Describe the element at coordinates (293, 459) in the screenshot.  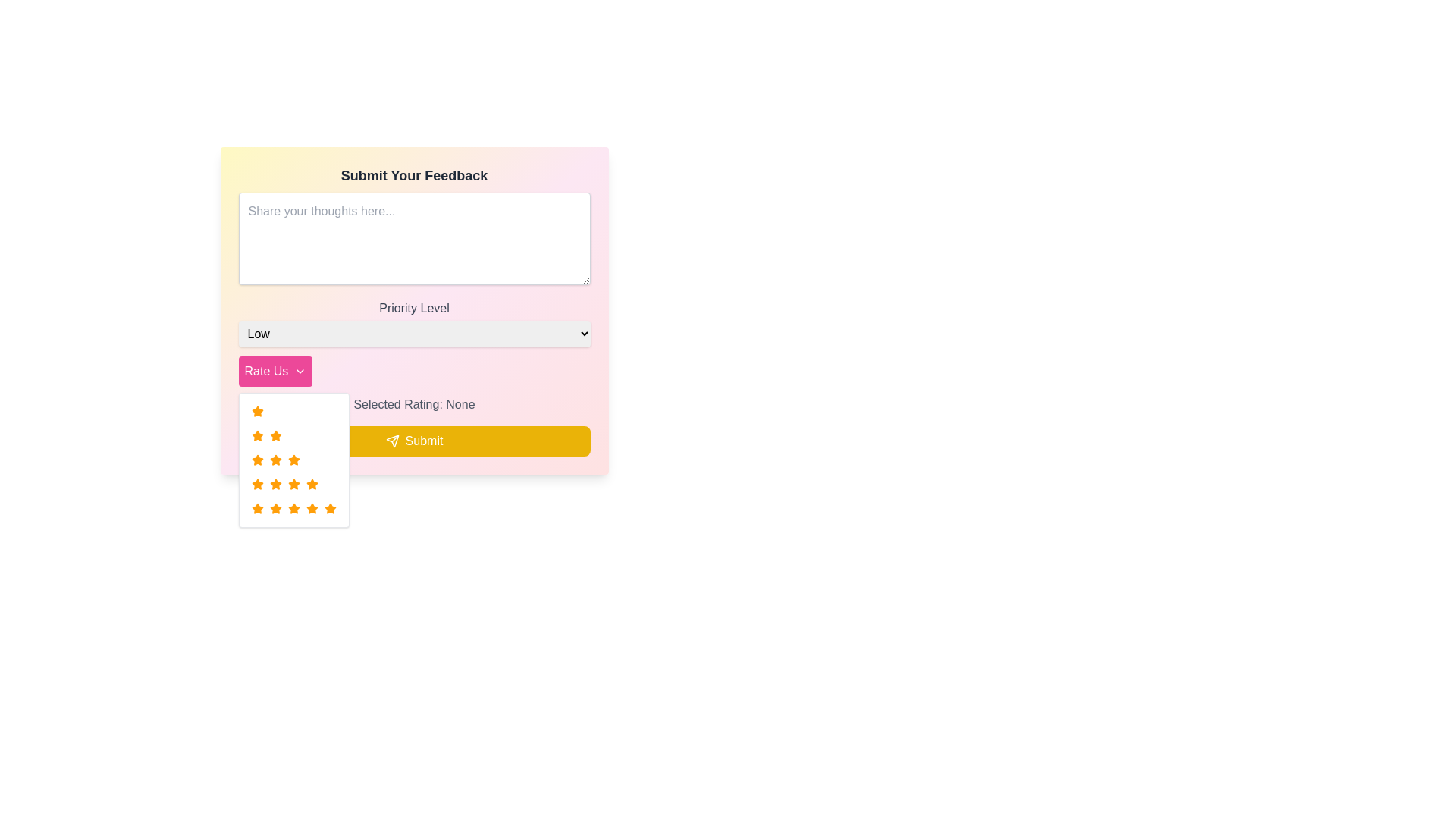
I see `over the three-star rating component located inside the dropdown panel below the 'Rate Us' button` at that location.